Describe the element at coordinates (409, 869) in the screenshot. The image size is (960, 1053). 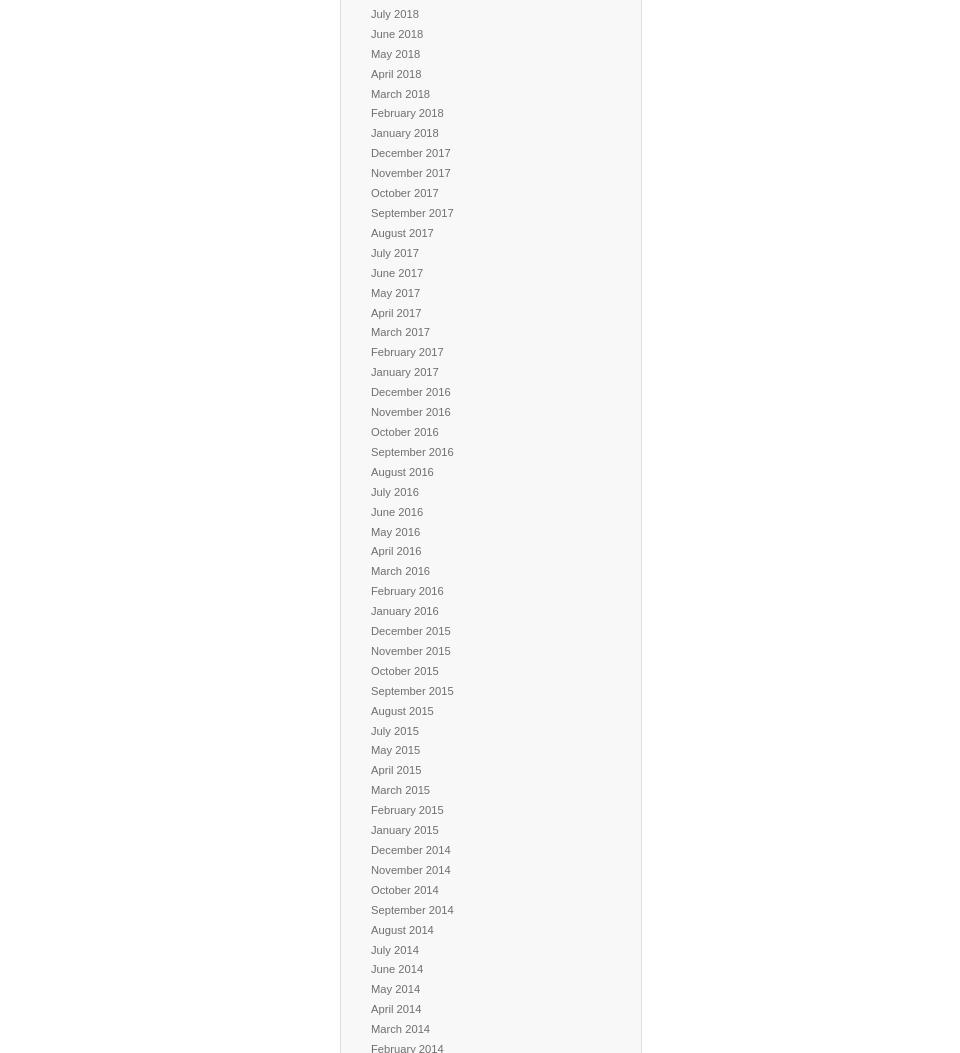
I see `'November 2014'` at that location.